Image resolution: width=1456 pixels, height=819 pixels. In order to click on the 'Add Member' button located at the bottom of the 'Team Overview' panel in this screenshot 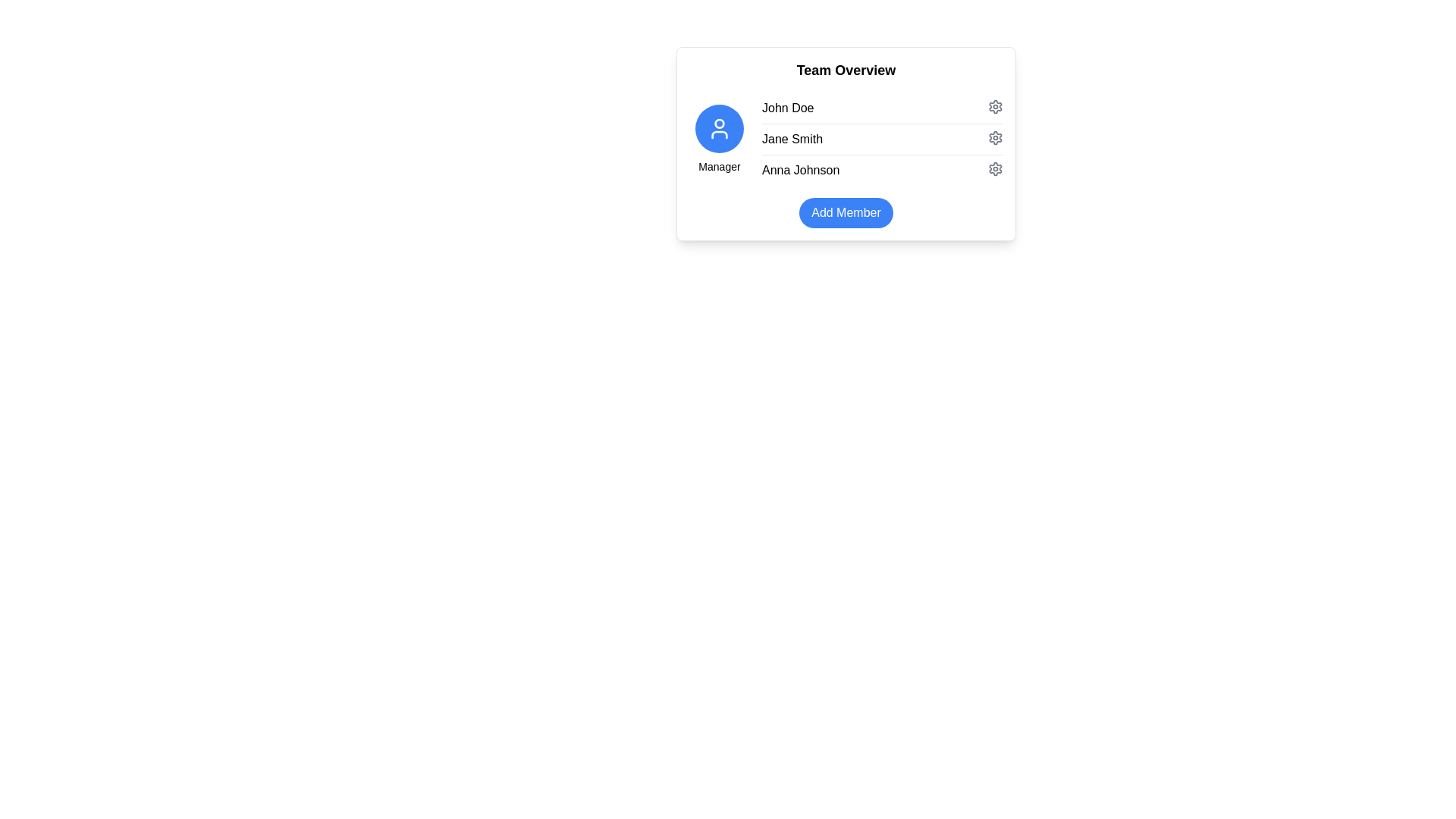, I will do `click(846, 213)`.